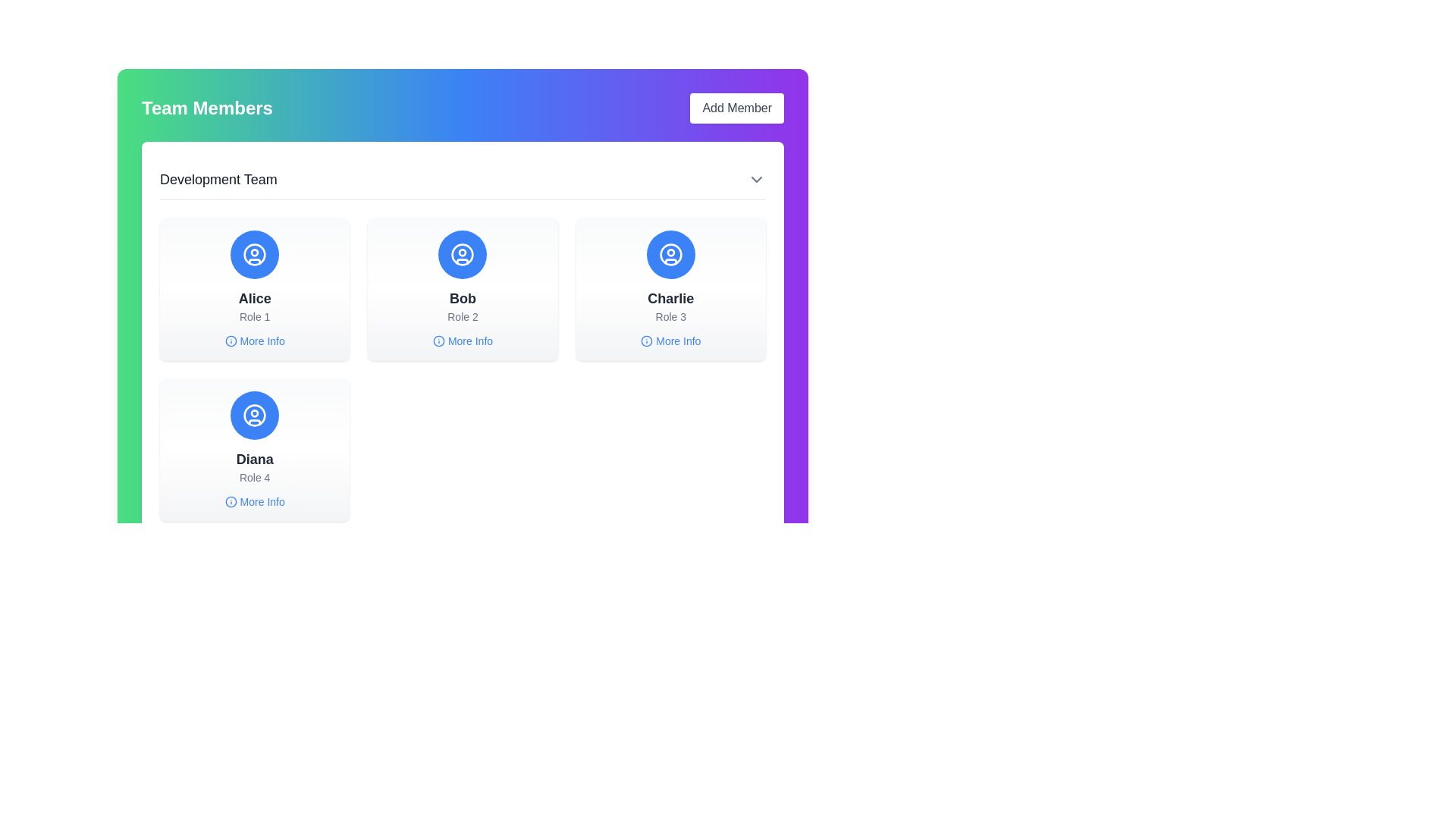  Describe the element at coordinates (670, 298) in the screenshot. I see `the Text label identifying 'Charlie', which is centrally located in the 'Development Team' card, positioned above 'Role 3' and below a user icon` at that location.